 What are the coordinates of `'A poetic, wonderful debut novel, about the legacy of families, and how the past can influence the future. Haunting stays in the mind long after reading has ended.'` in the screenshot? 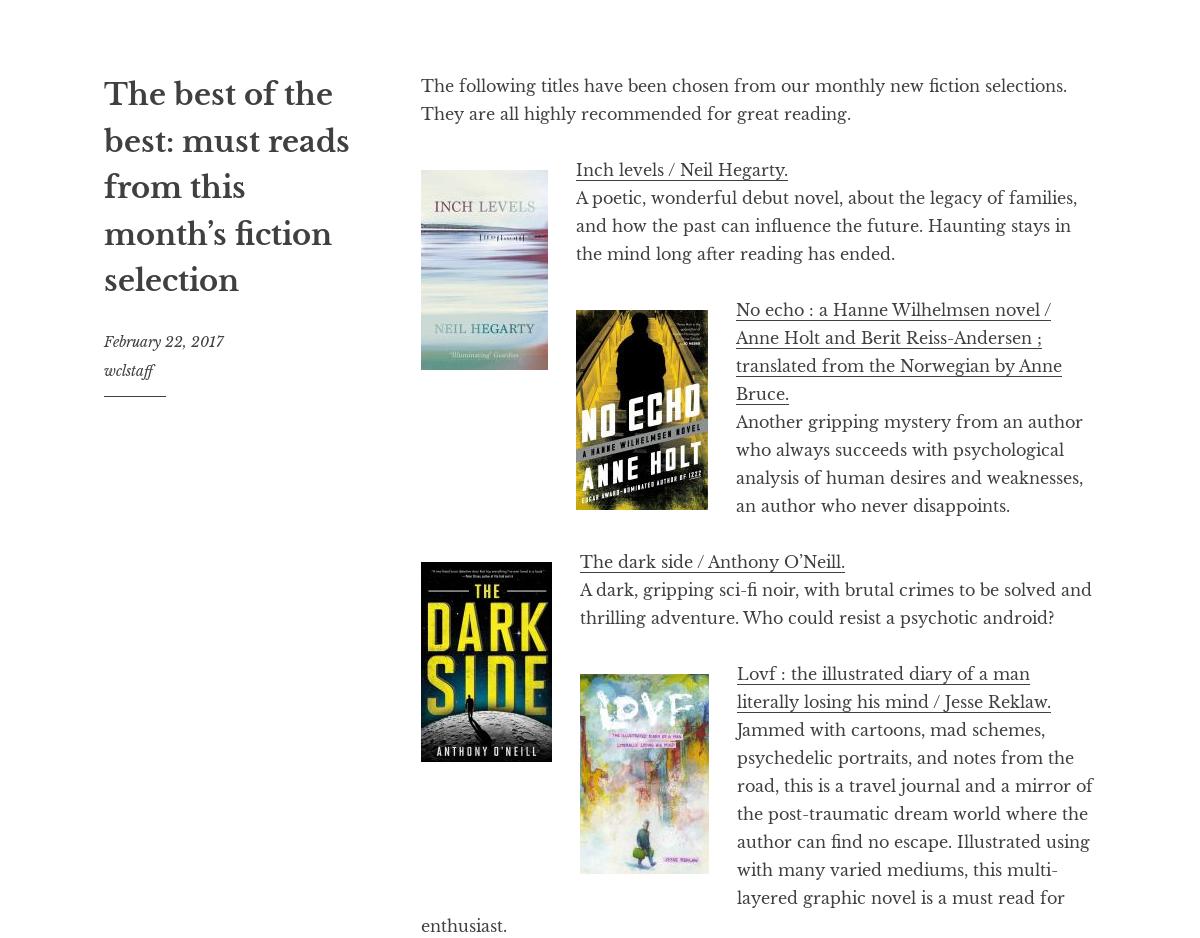 It's located at (825, 225).